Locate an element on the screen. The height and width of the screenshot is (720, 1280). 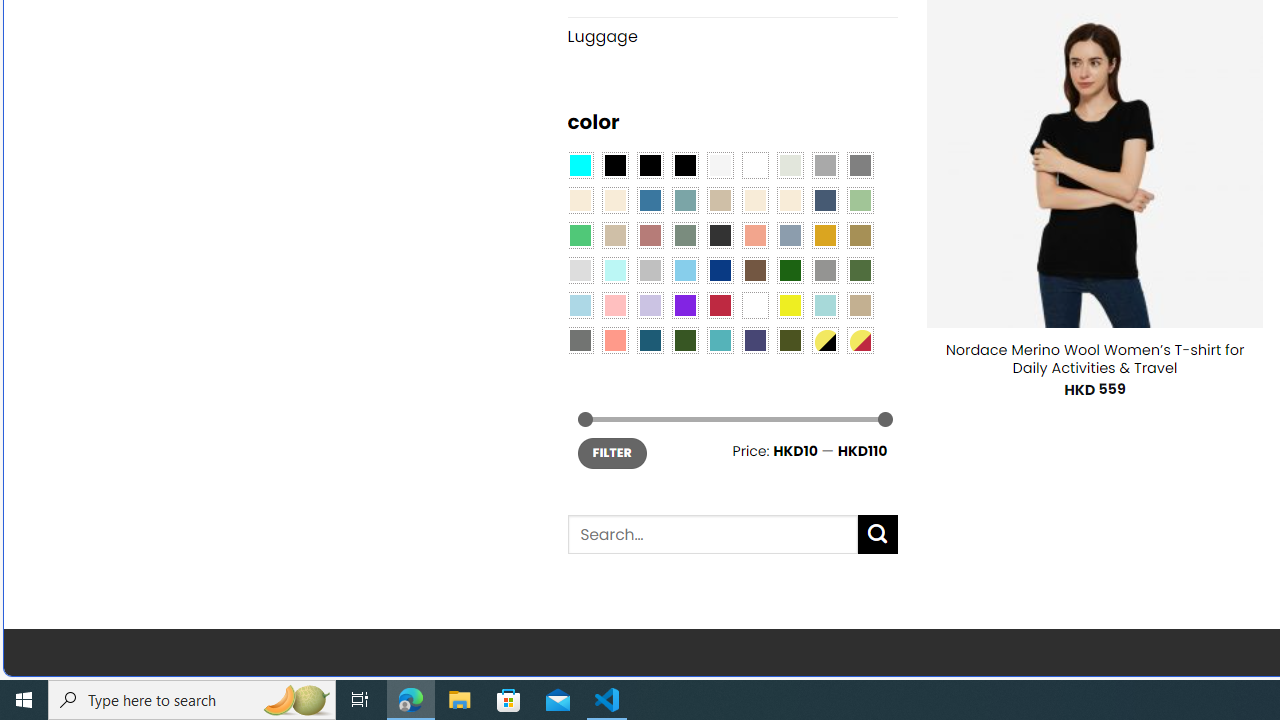
'Silver' is located at coordinates (650, 270).